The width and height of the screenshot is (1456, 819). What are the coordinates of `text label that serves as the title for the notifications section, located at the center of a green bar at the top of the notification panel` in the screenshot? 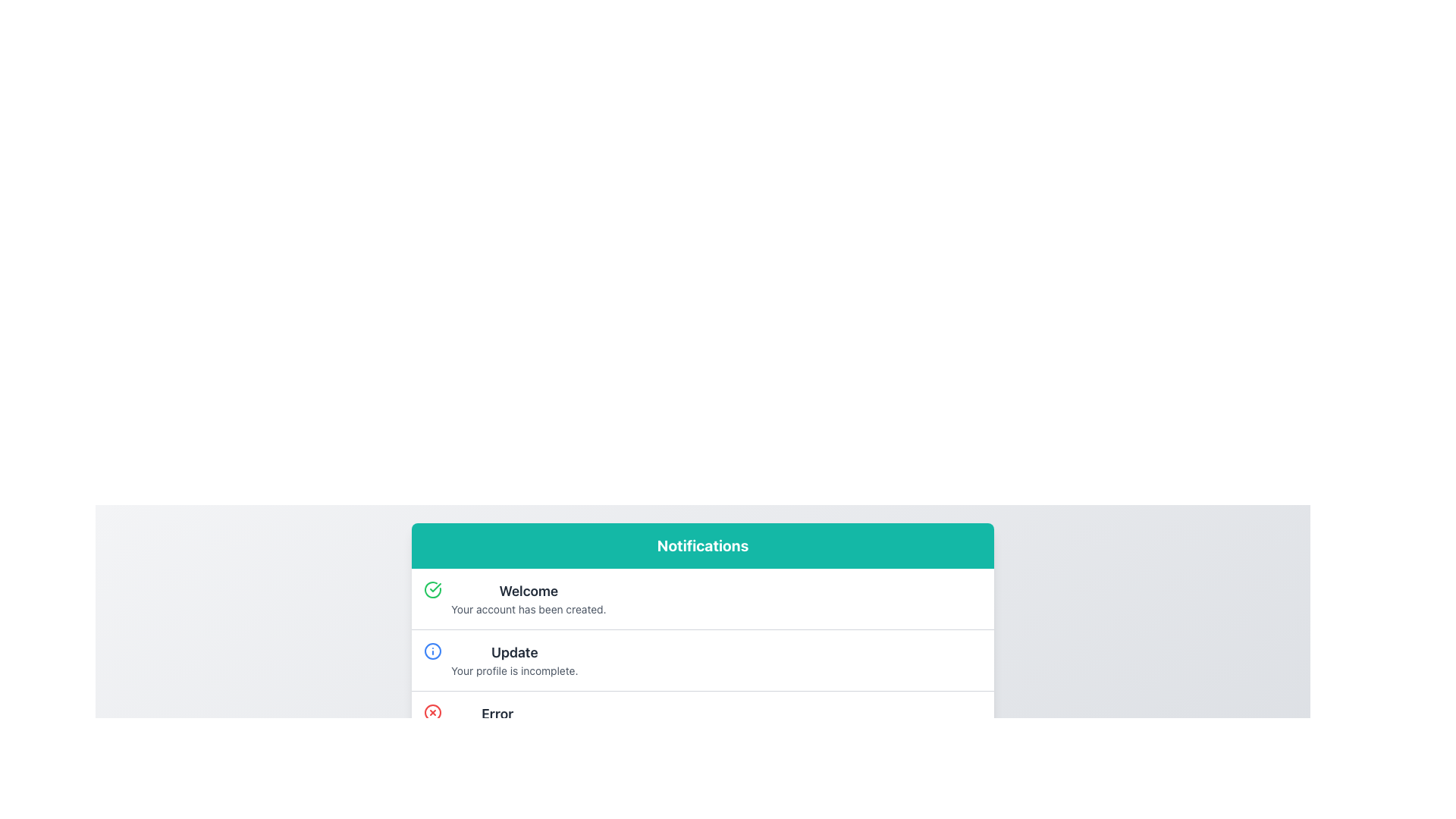 It's located at (701, 546).